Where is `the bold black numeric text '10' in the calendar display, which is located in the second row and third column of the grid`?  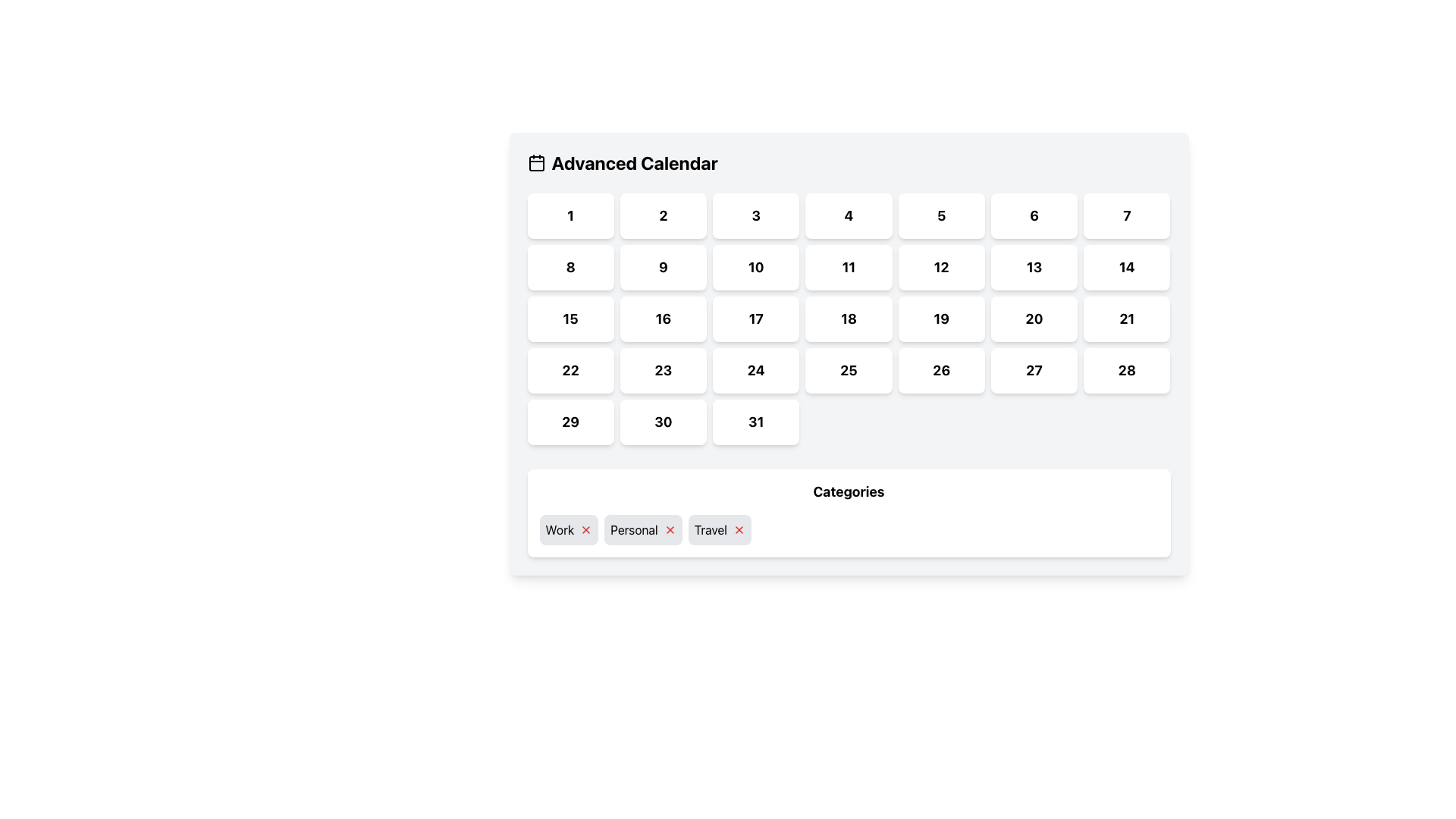
the bold black numeric text '10' in the calendar display, which is located in the second row and third column of the grid is located at coordinates (756, 266).